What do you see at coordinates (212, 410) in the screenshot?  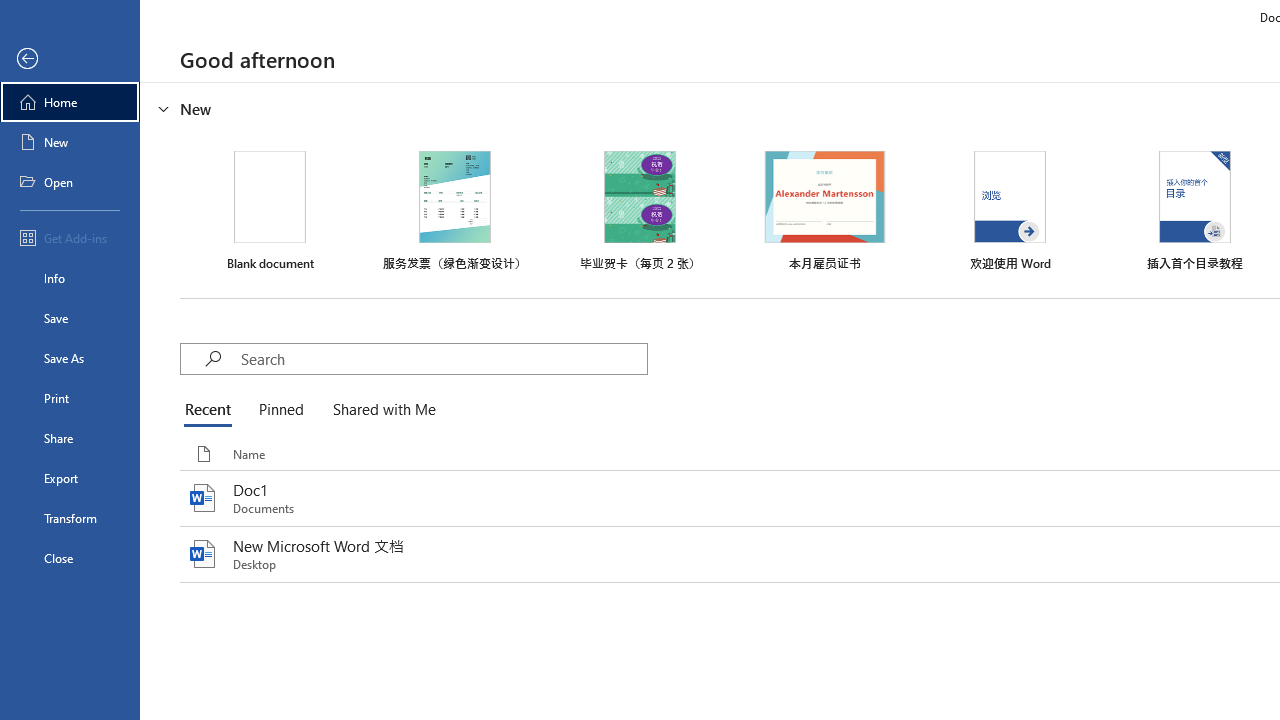 I see `'Recent'` at bounding box center [212, 410].